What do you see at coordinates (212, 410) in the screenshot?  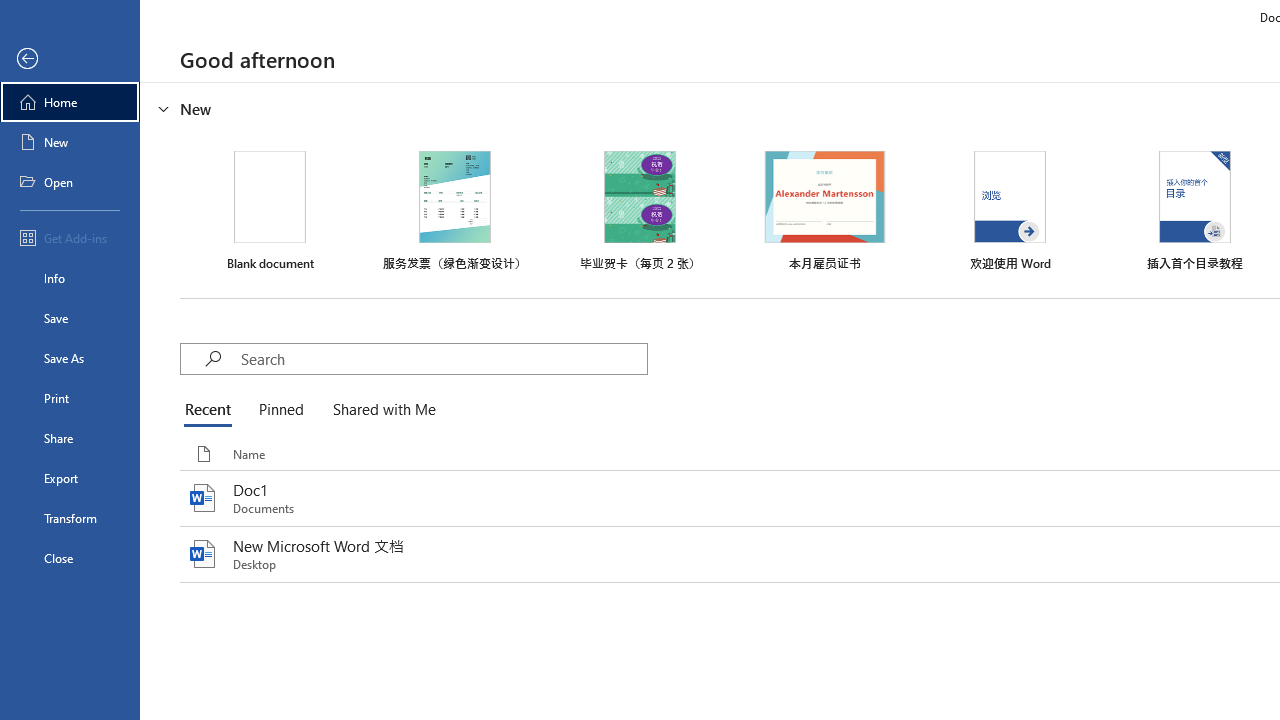 I see `'Recent'` at bounding box center [212, 410].